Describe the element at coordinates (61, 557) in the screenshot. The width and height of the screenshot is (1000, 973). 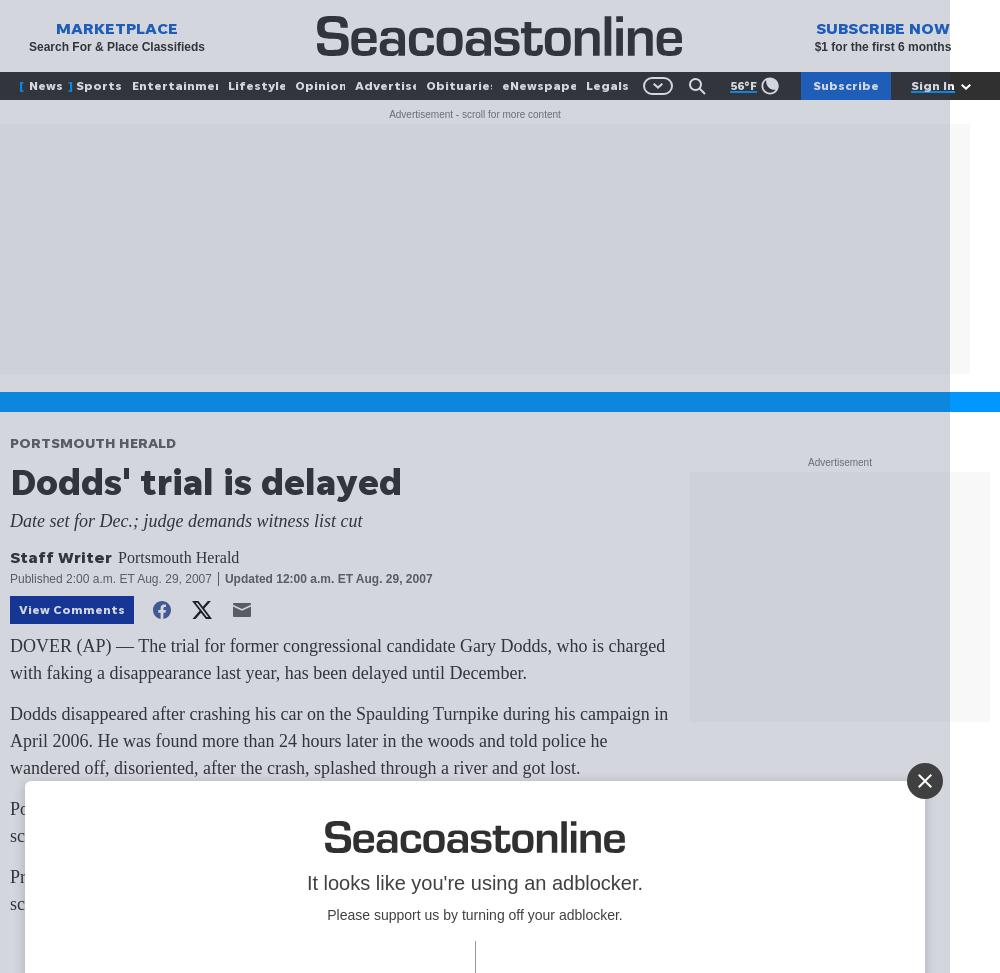
I see `'Staff Writer'` at that location.